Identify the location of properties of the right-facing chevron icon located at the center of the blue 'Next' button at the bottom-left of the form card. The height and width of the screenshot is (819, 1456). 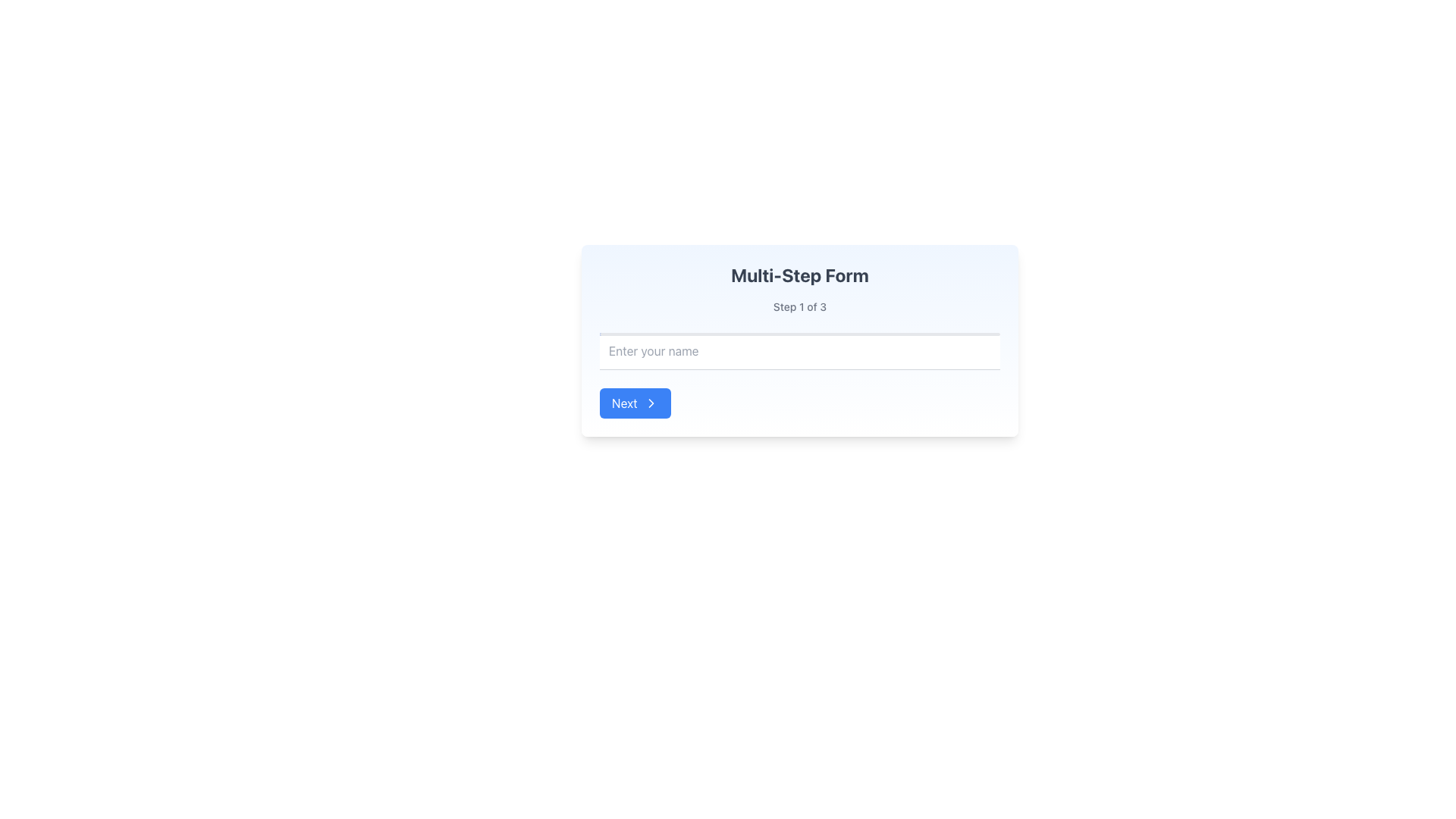
(651, 403).